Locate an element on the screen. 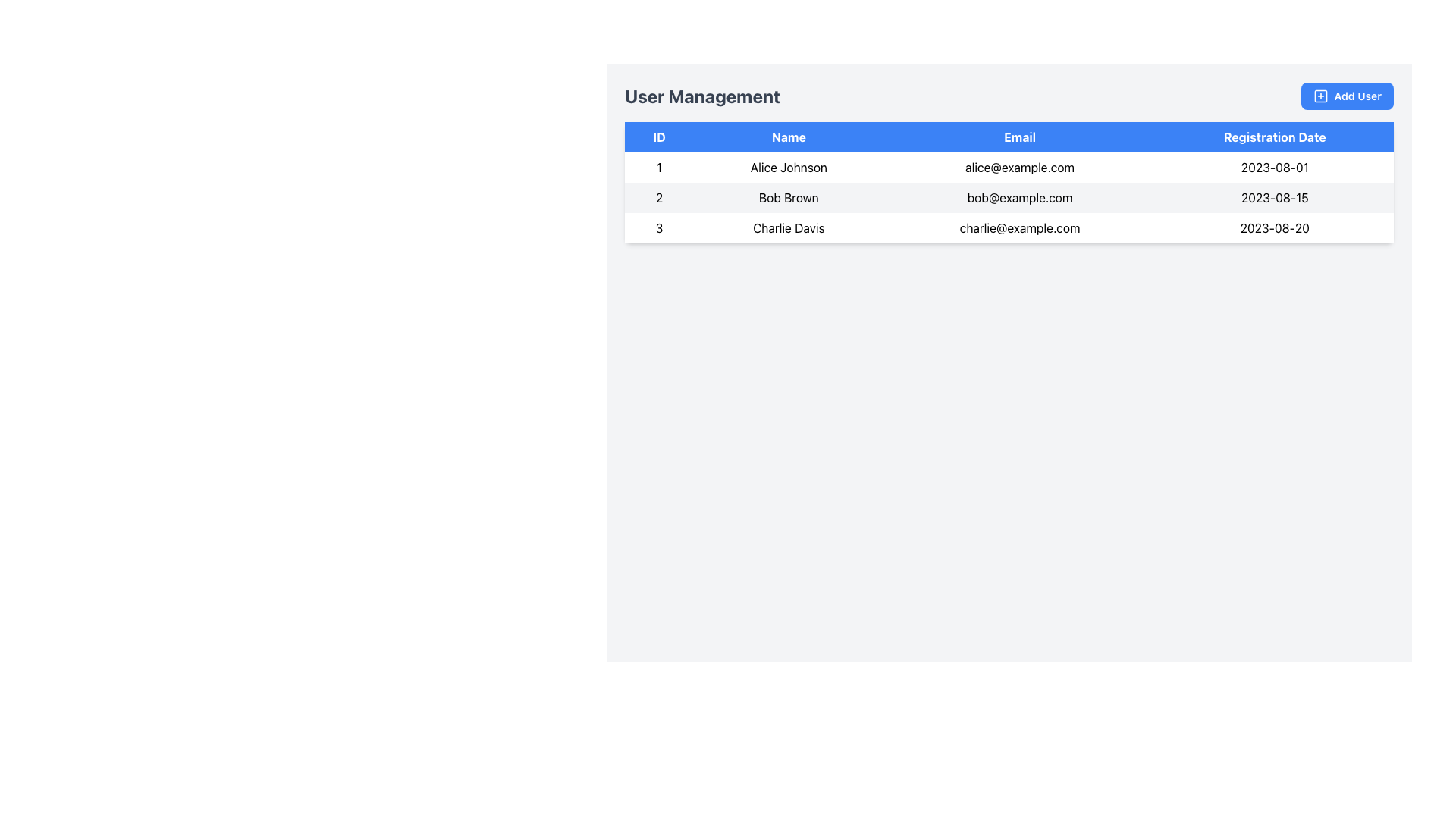 This screenshot has width=1456, height=819. the 'Email' column header in the table, which is the third column header located between the 'Name' and 'Registration Date' columns is located at coordinates (1020, 137).